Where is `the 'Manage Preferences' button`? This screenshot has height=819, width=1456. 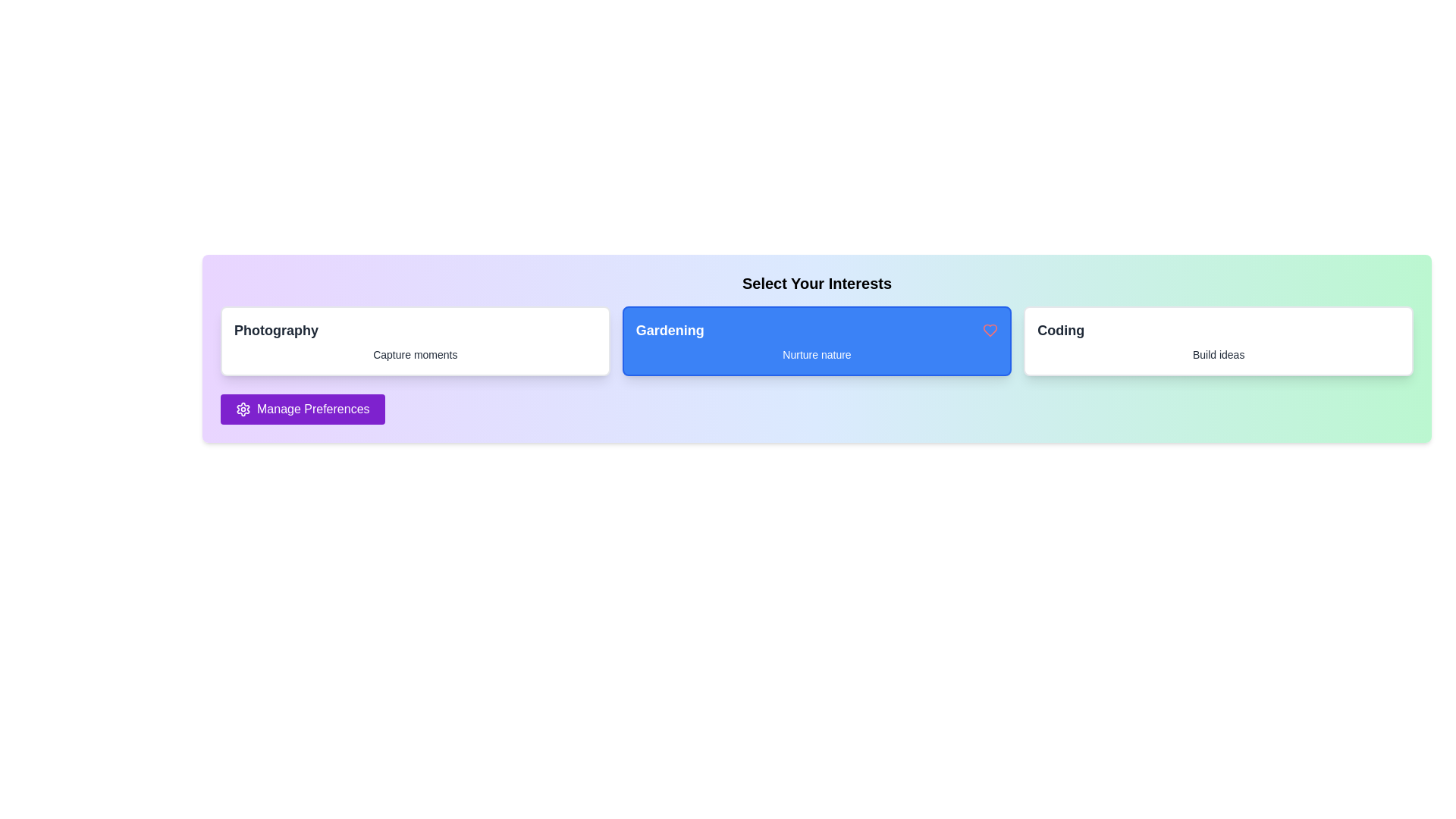 the 'Manage Preferences' button is located at coordinates (303, 409).